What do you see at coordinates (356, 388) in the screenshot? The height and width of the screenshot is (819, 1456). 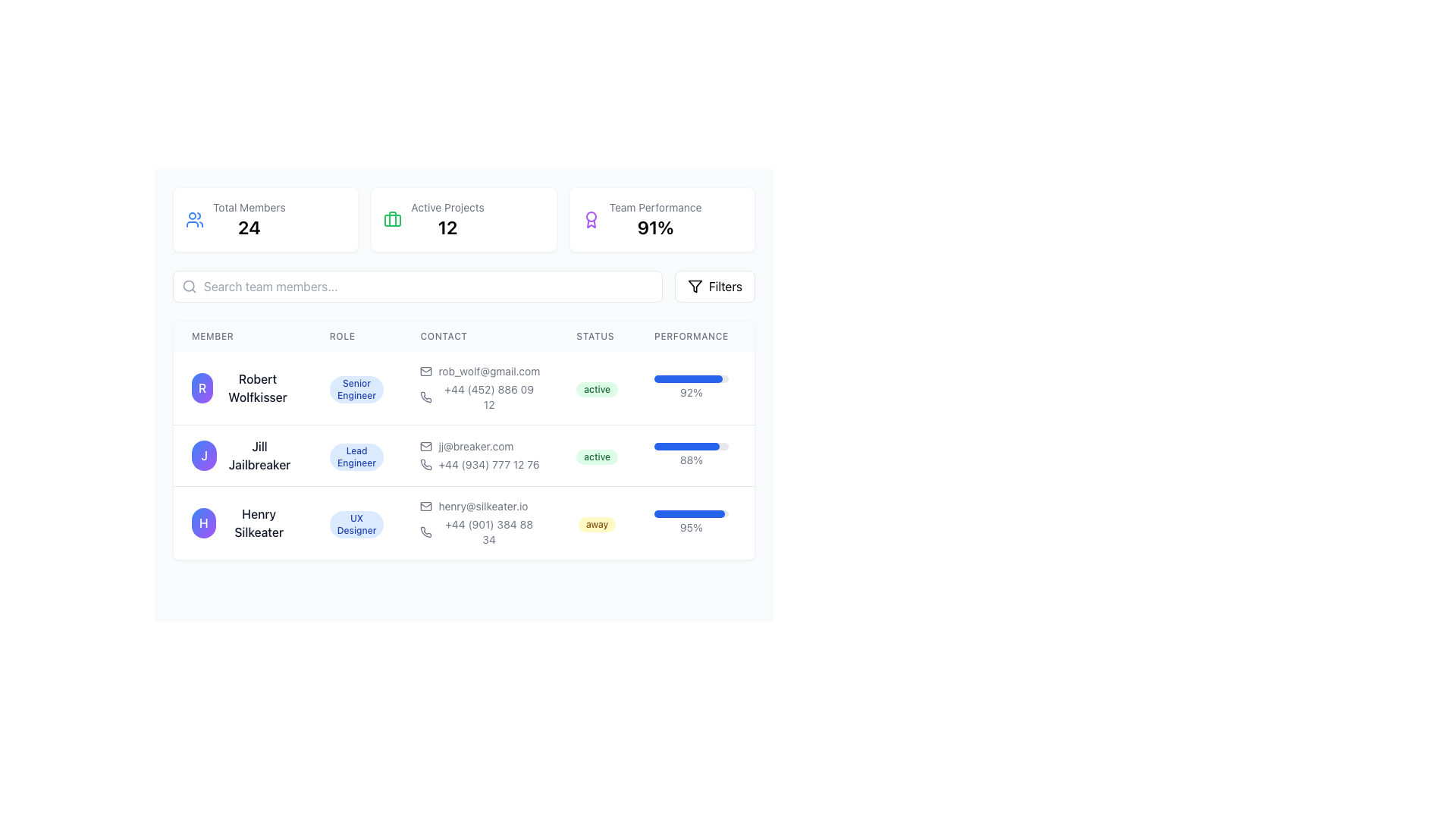 I see `the informational label in the 'ROLE' column of the first row, which indicates the title of the associated team member, located to the right of 'Robert Wolfkisser'` at bounding box center [356, 388].